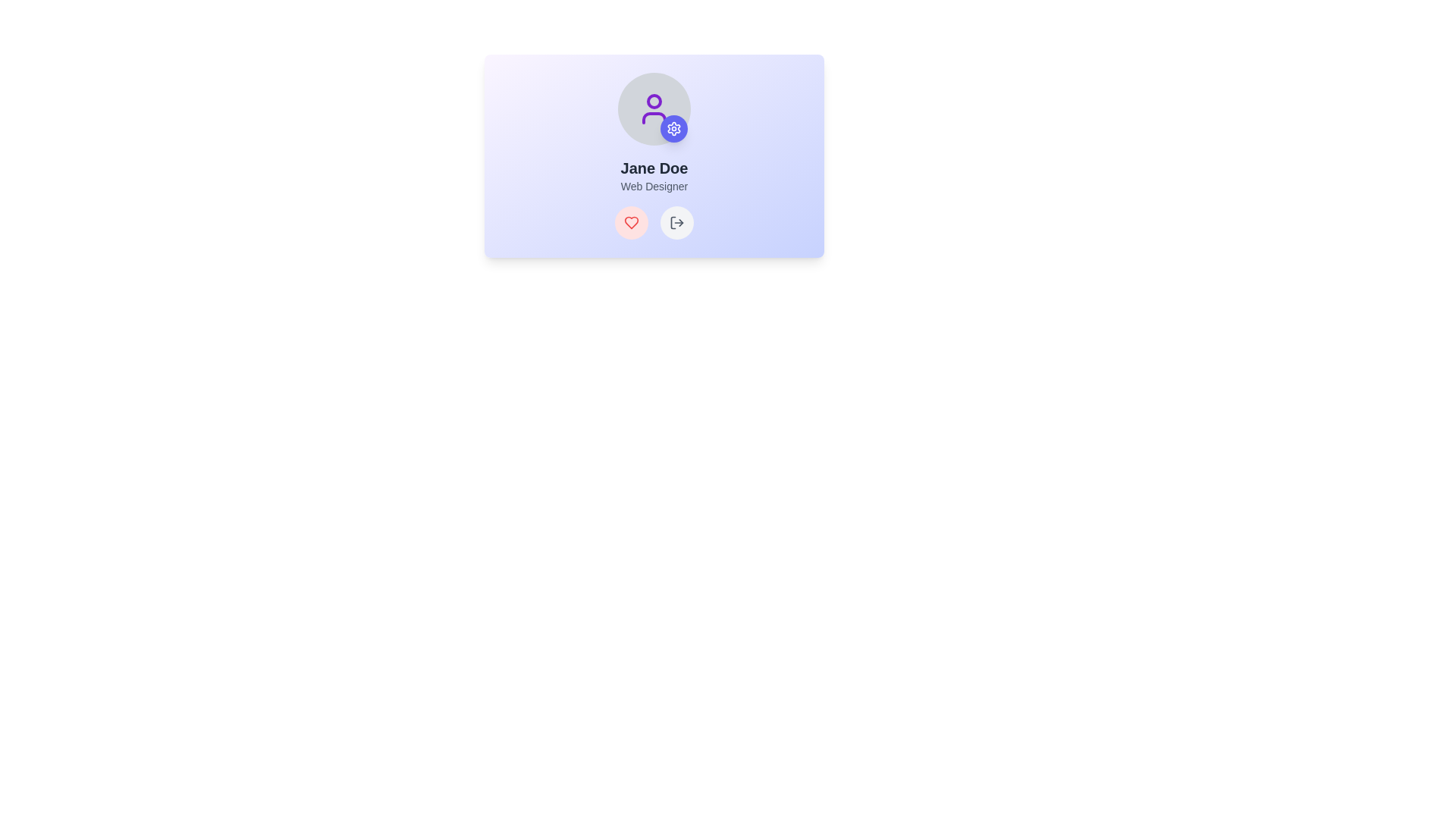 This screenshot has height=819, width=1456. I want to click on the blue circular badge with a gear icon at the bottom-right of the centered purple user icon, so click(654, 108).